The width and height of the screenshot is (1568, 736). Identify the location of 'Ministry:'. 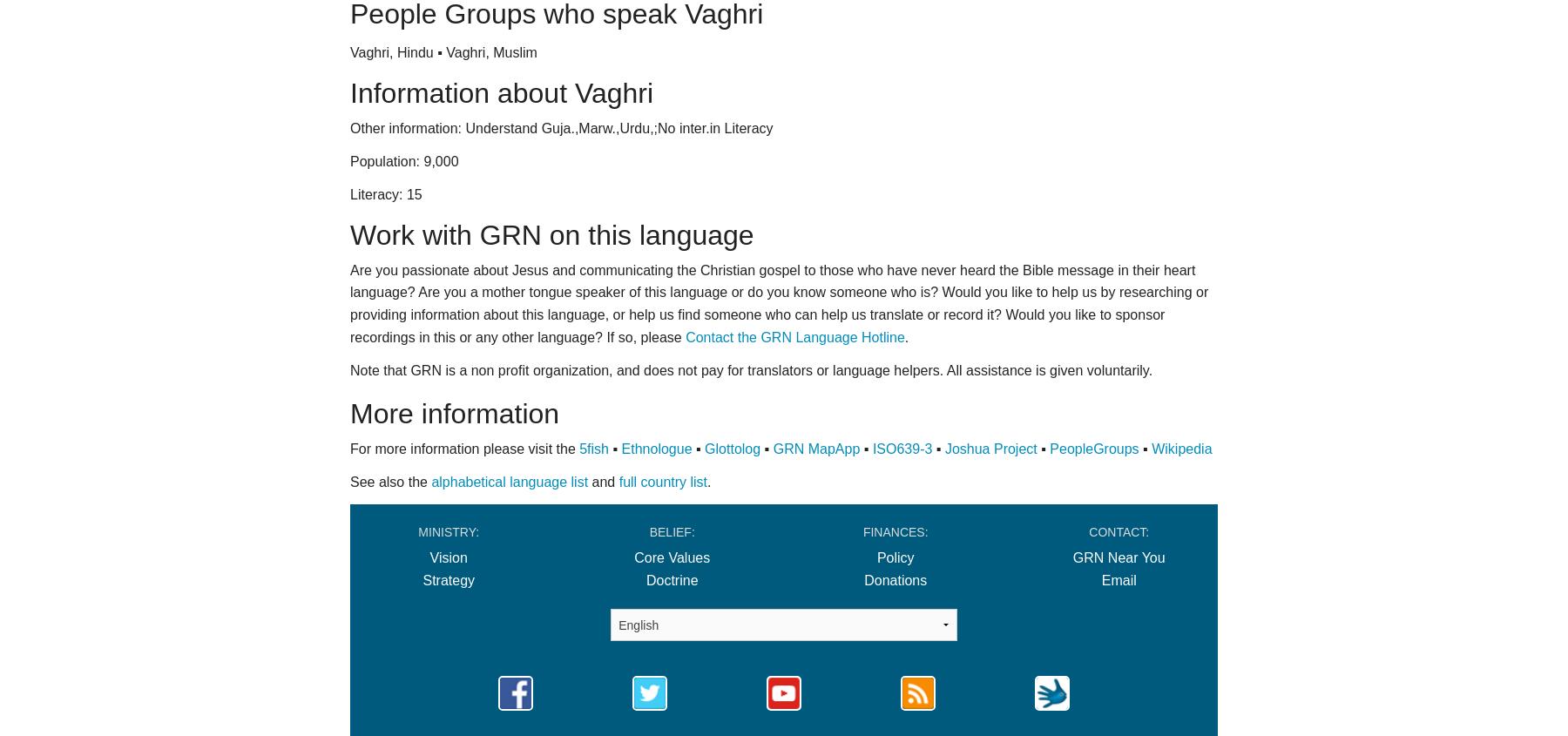
(447, 531).